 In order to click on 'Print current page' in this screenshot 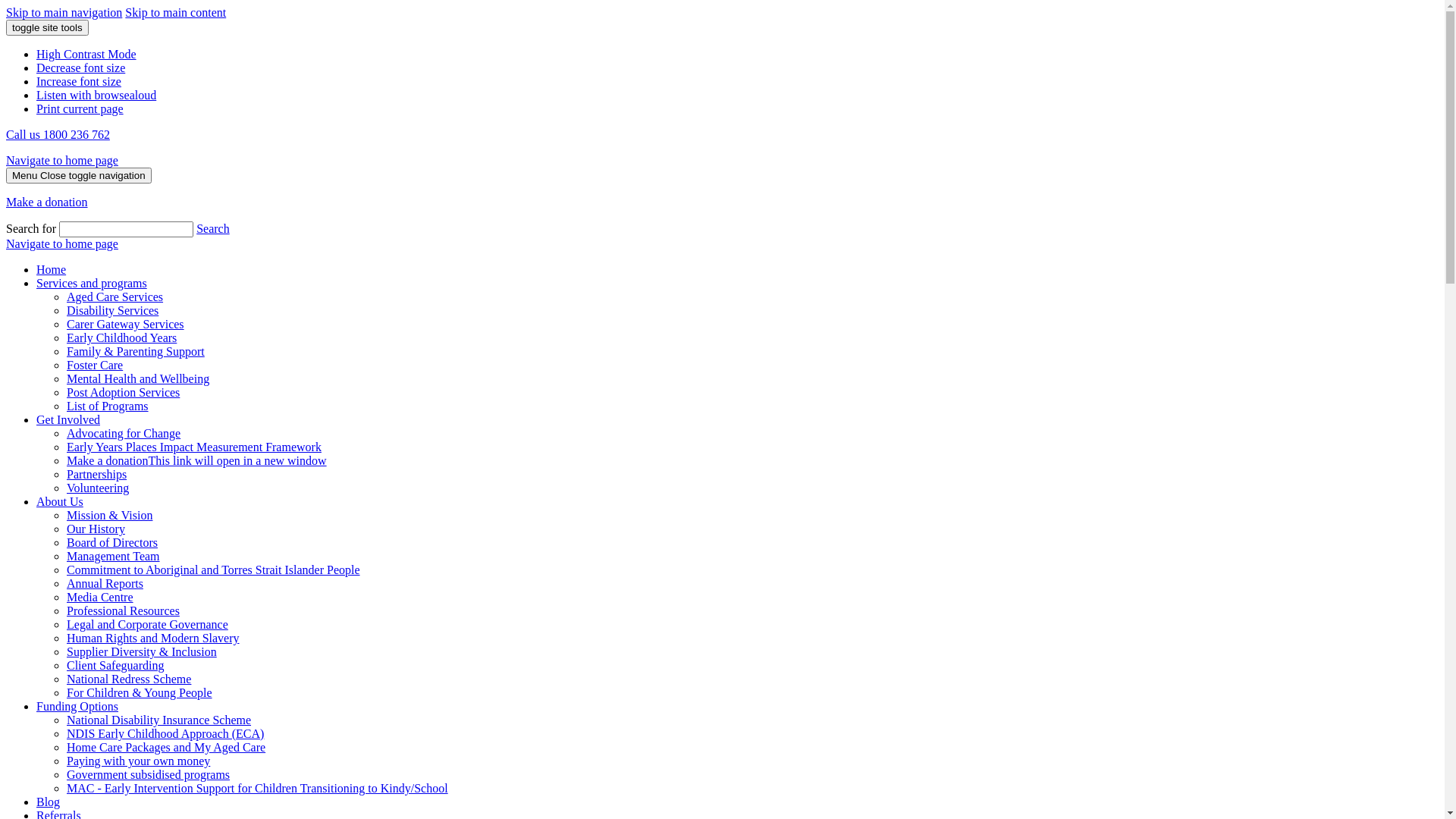, I will do `click(79, 108)`.